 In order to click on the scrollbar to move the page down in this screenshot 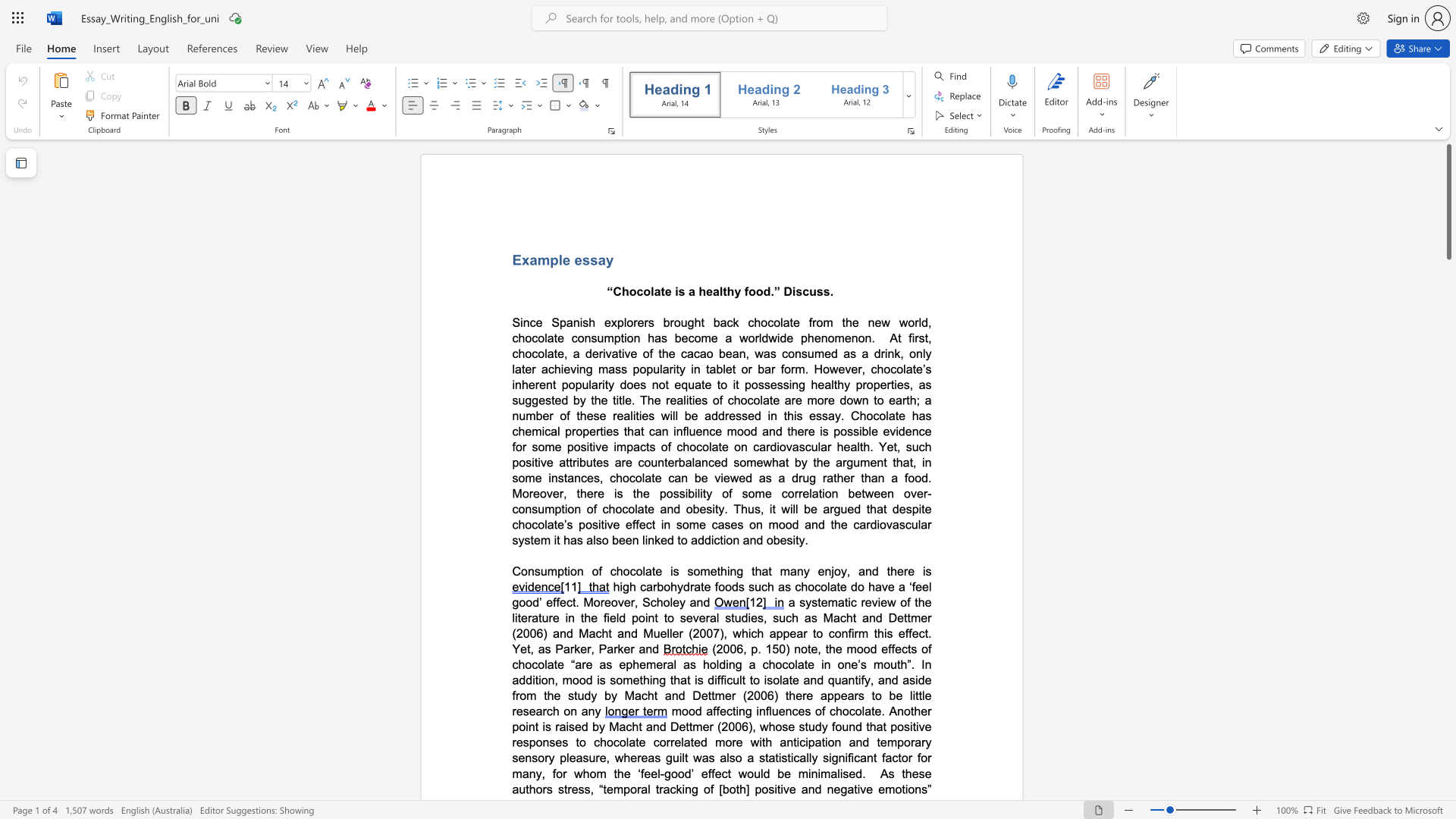, I will do `click(1448, 734)`.